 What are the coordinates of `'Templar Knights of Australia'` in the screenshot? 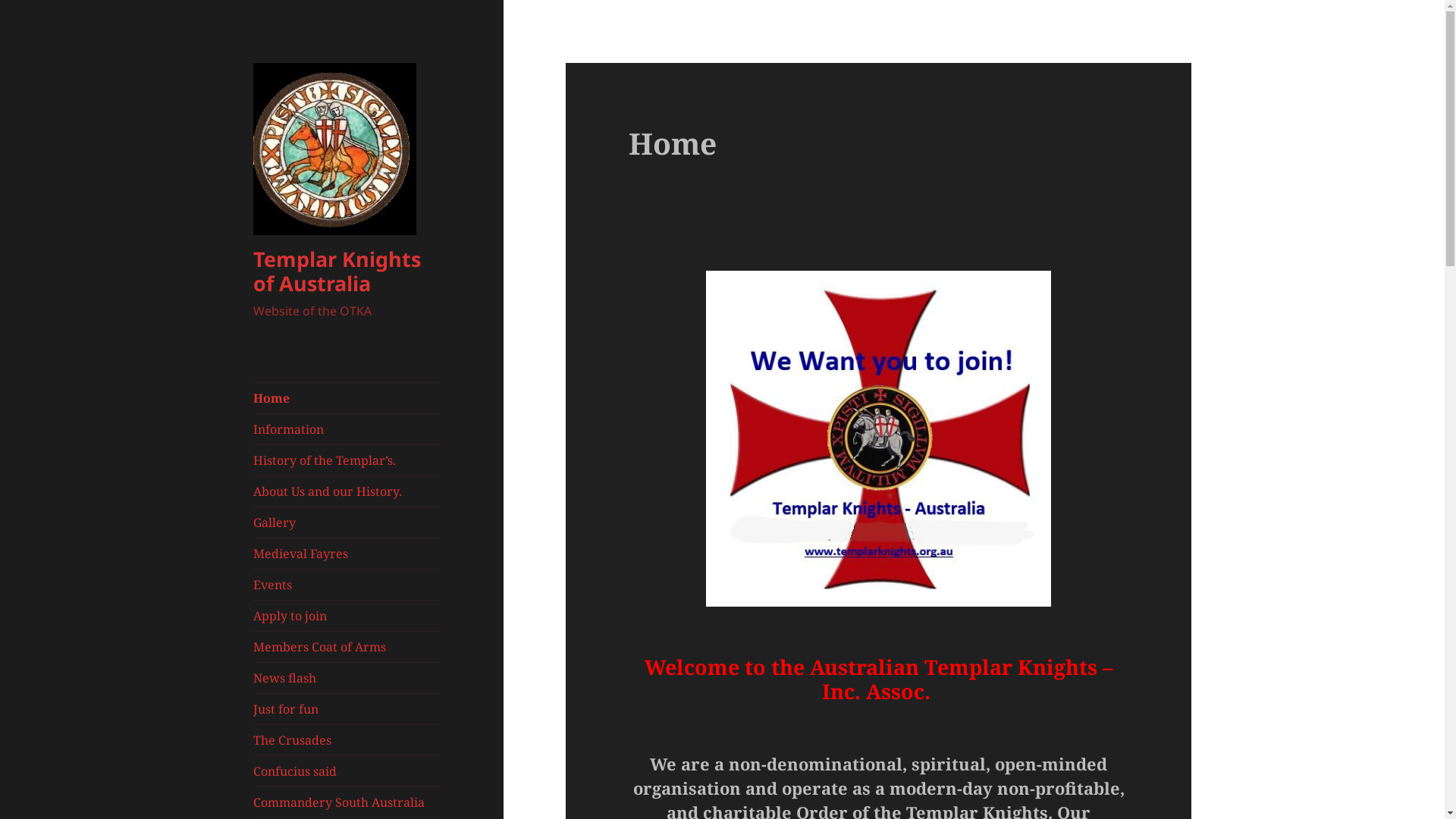 It's located at (336, 270).